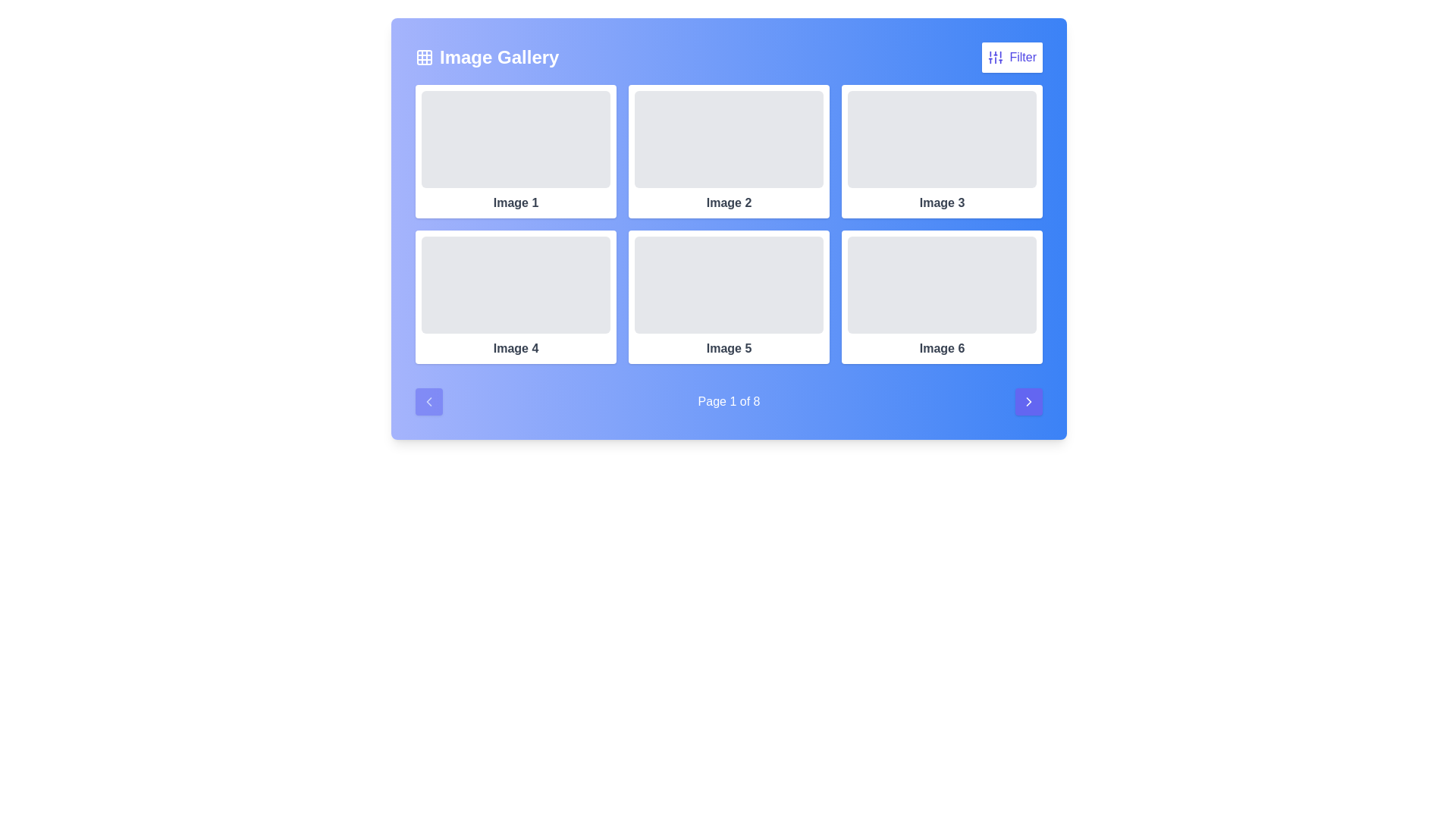 Image resolution: width=1456 pixels, height=819 pixels. What do you see at coordinates (941, 152) in the screenshot?
I see `the Card located in the top-right corner of the grid, which serves as a non-interactive informational placeholder between 'Image 2' and 'Image 6'` at bounding box center [941, 152].